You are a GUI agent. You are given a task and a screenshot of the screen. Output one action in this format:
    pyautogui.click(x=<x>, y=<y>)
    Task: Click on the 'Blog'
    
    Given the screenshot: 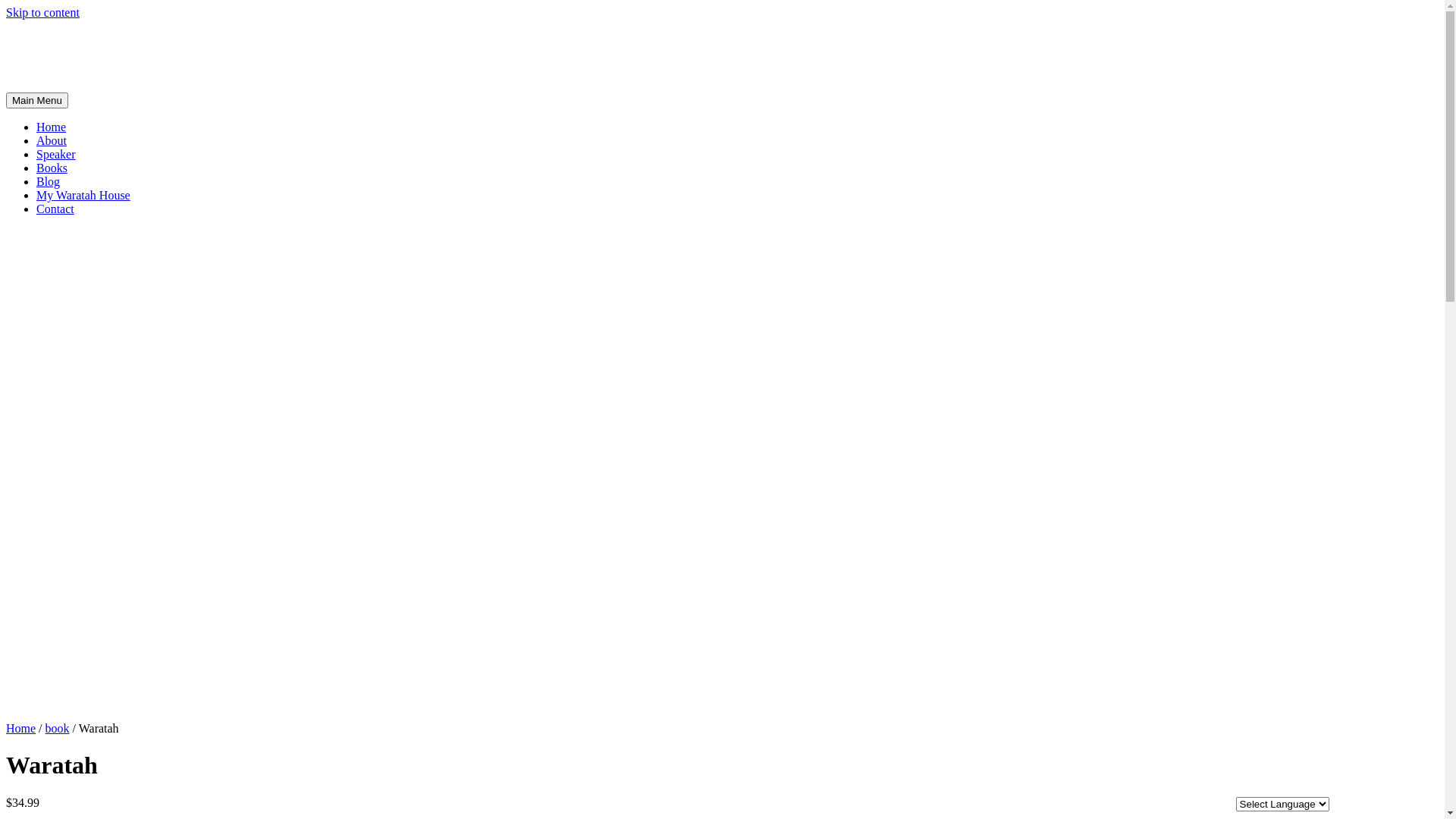 What is the action you would take?
    pyautogui.click(x=48, y=180)
    